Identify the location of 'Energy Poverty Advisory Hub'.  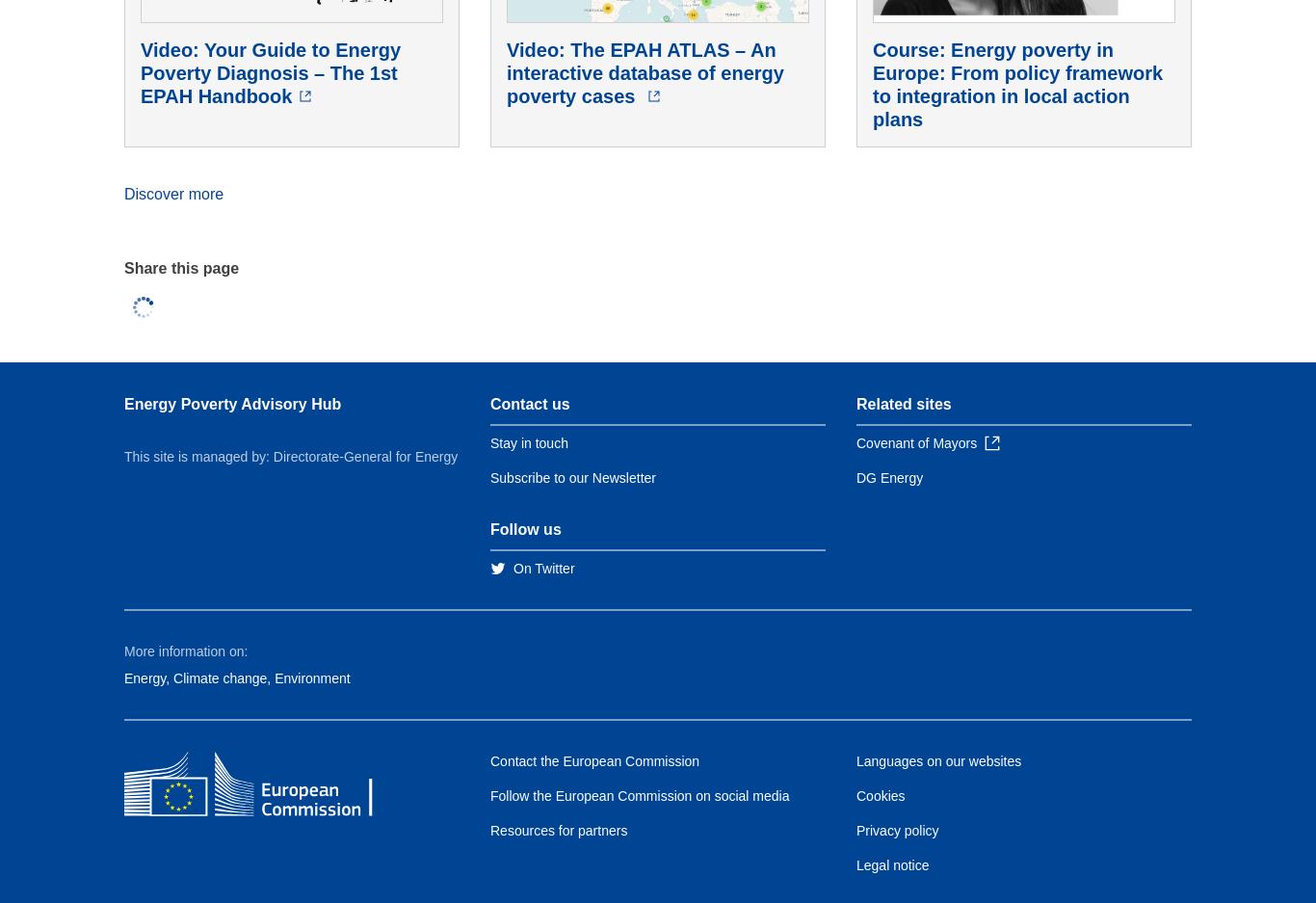
(232, 403).